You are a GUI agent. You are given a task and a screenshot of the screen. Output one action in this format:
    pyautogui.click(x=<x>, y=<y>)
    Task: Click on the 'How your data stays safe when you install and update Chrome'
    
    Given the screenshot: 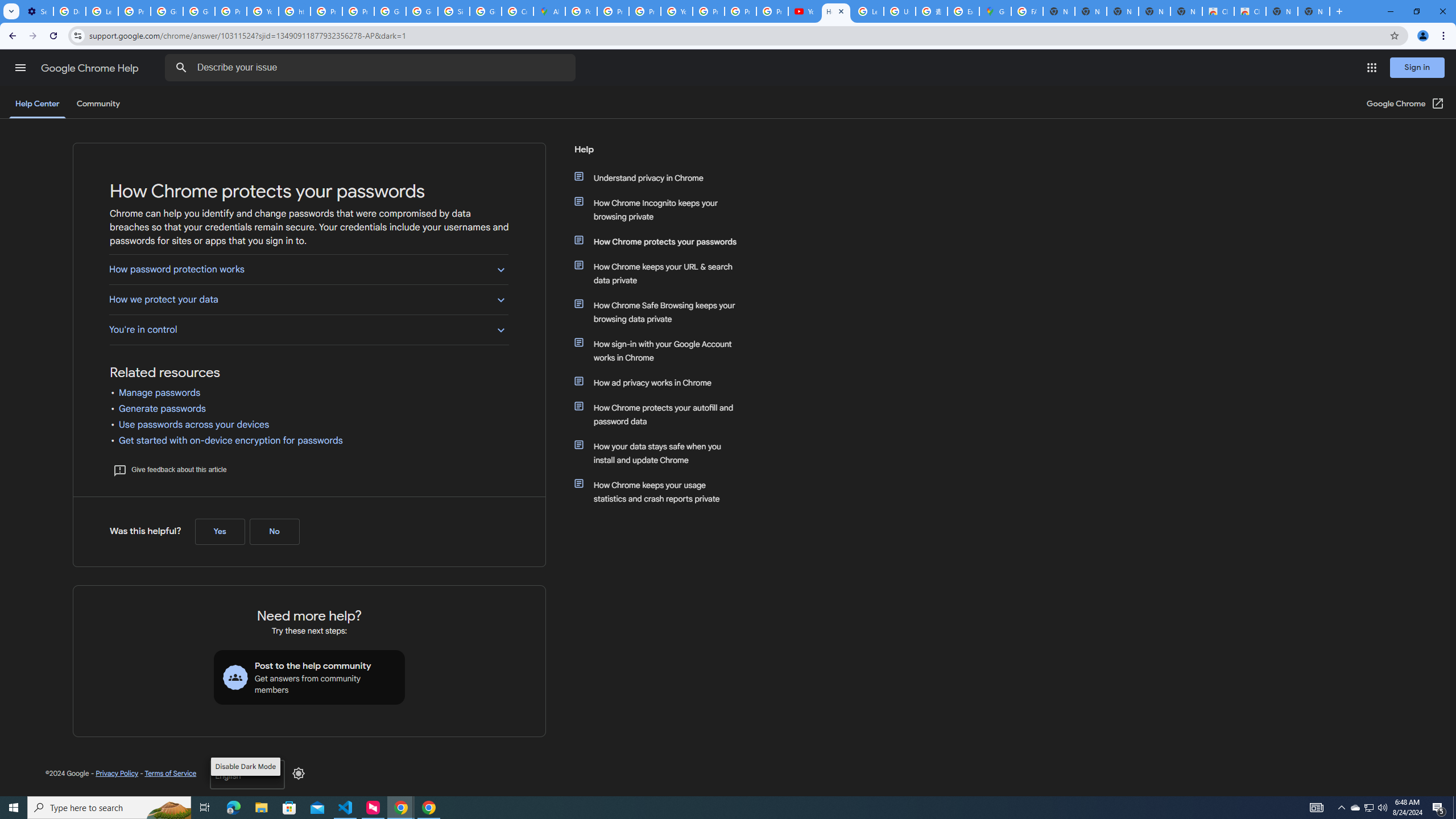 What is the action you would take?
    pyautogui.click(x=661, y=453)
    